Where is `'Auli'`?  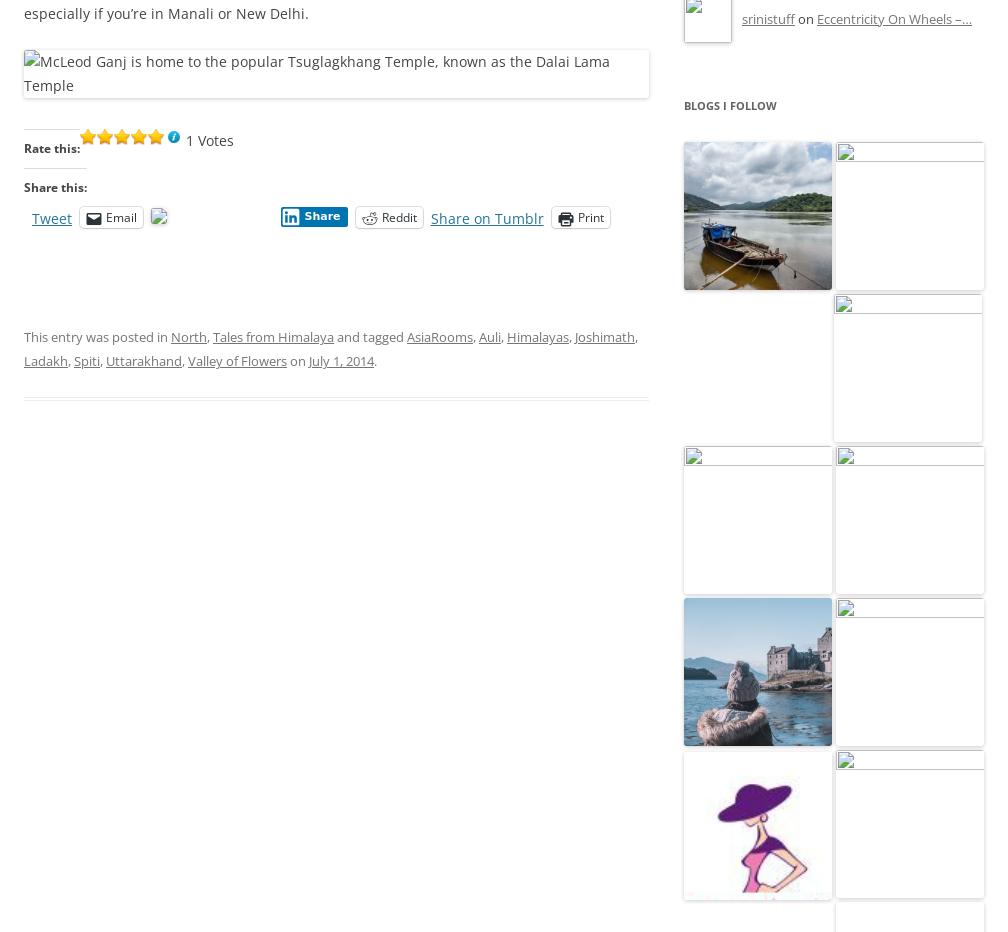
'Auli' is located at coordinates (479, 337).